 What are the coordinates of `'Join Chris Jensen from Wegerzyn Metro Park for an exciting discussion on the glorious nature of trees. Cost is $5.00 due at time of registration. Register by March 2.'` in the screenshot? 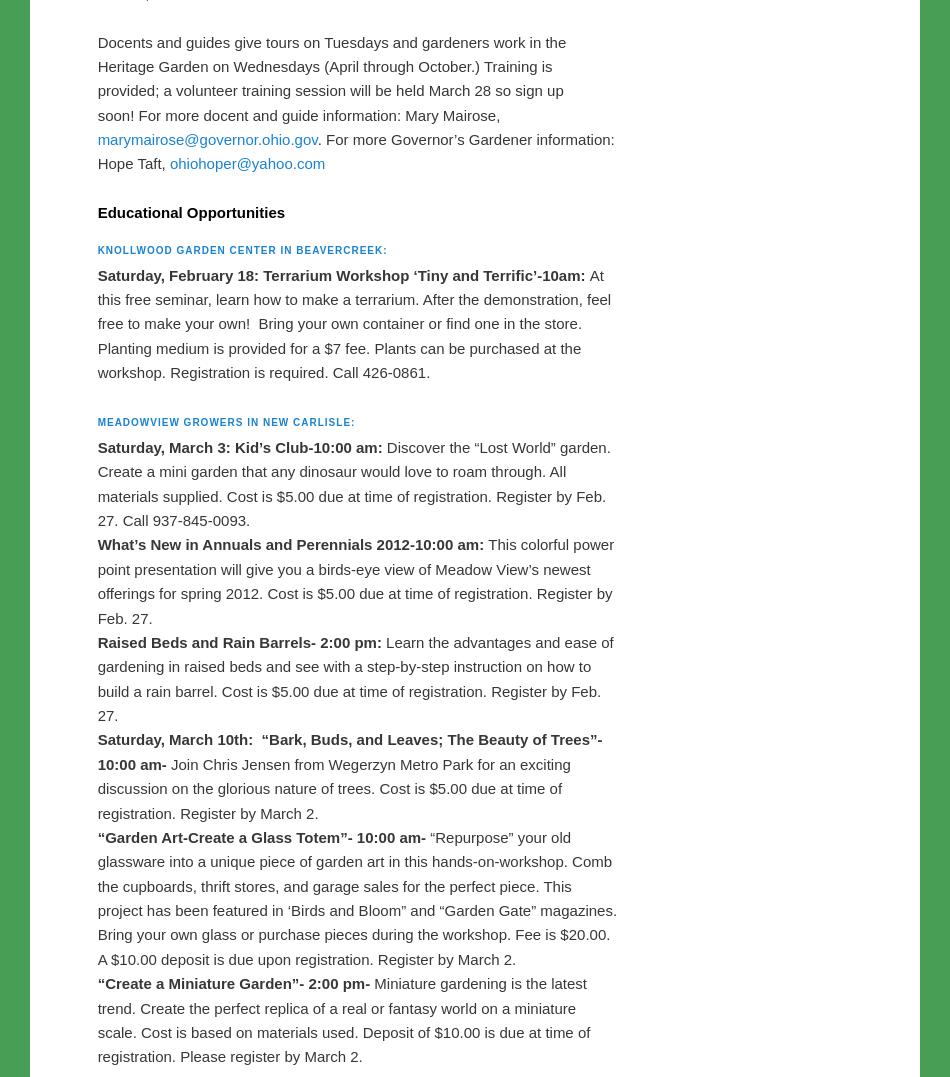 It's located at (332, 836).